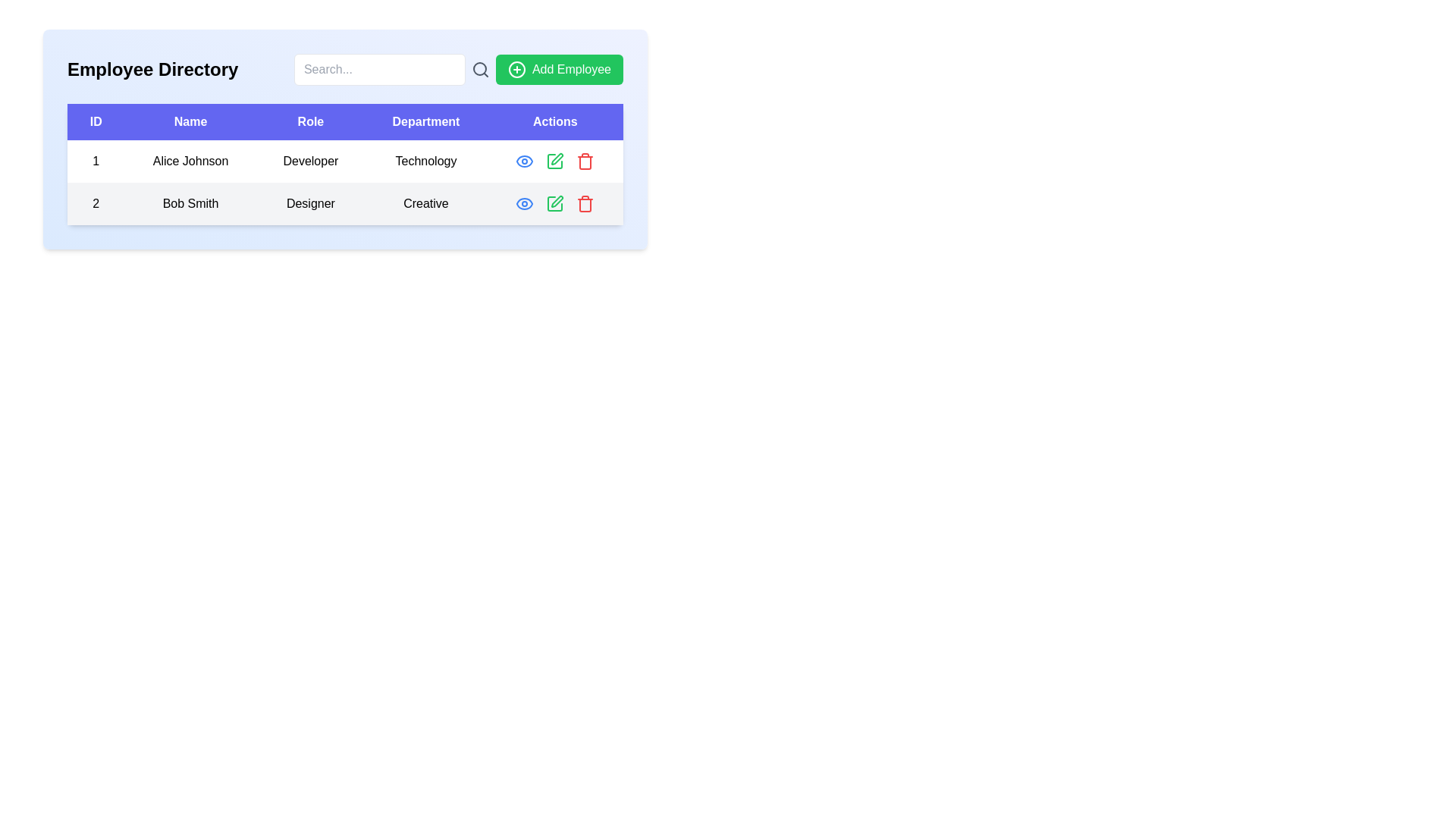 This screenshot has height=819, width=1456. What do you see at coordinates (344, 203) in the screenshot?
I see `the second row in the organizational directory table, which contains employee details including ID, Name, Role, Department, and Actions` at bounding box center [344, 203].